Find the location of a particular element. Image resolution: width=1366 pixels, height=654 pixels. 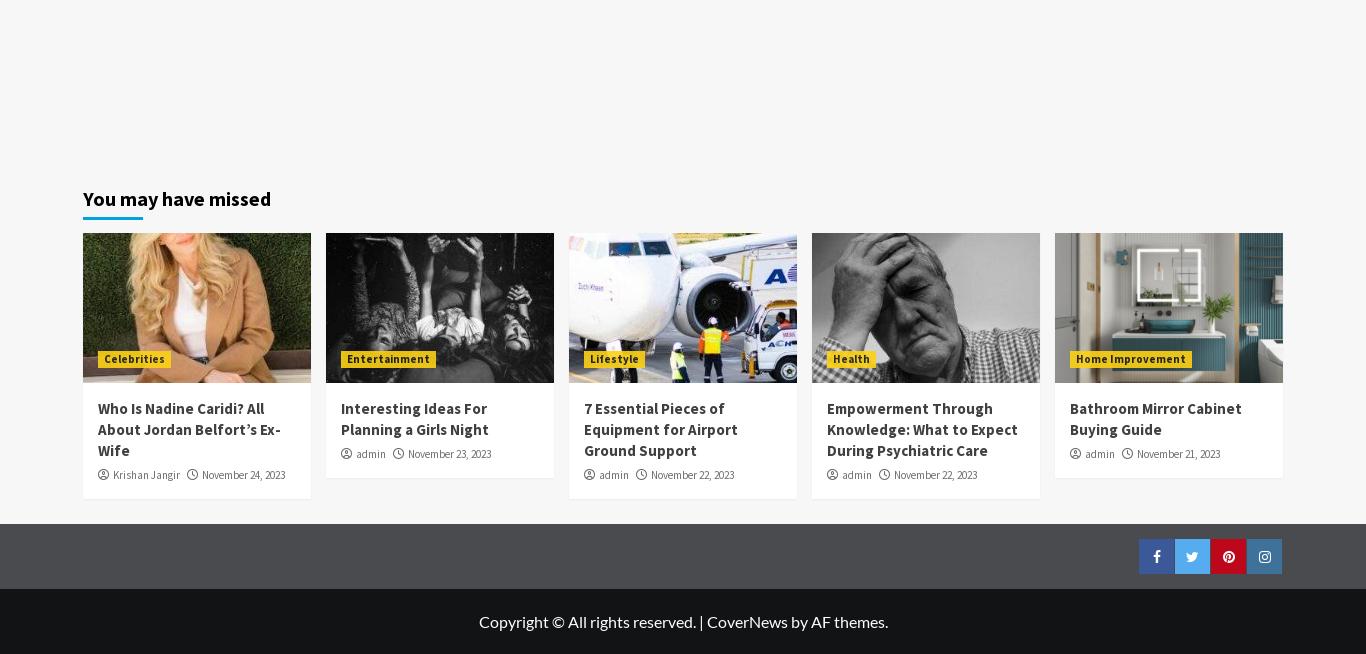

'Empowerment Through Knowledge: What to Expect During Psychiatric Care' is located at coordinates (922, 428).